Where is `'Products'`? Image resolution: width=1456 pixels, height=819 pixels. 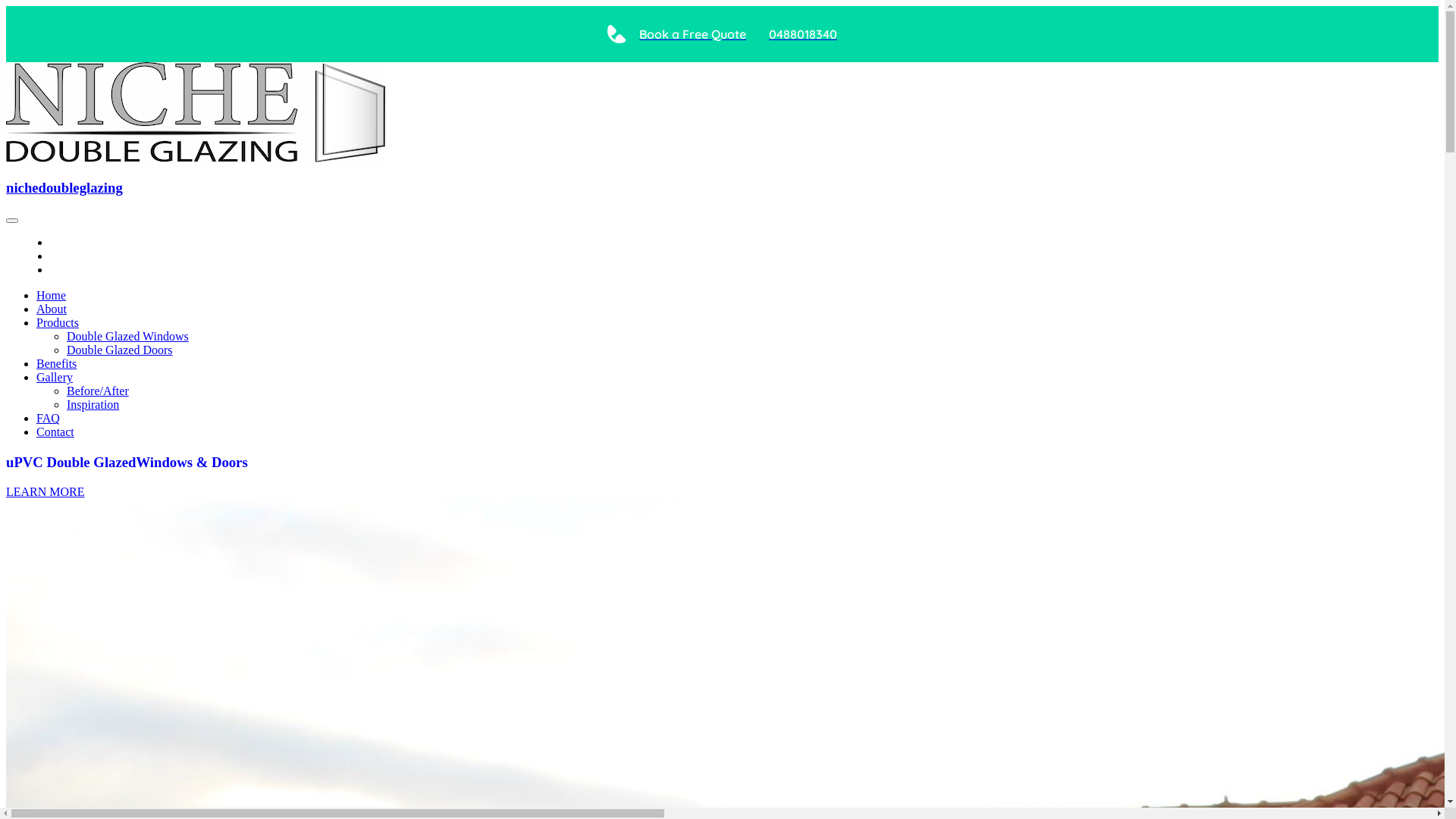
'Products' is located at coordinates (58, 322).